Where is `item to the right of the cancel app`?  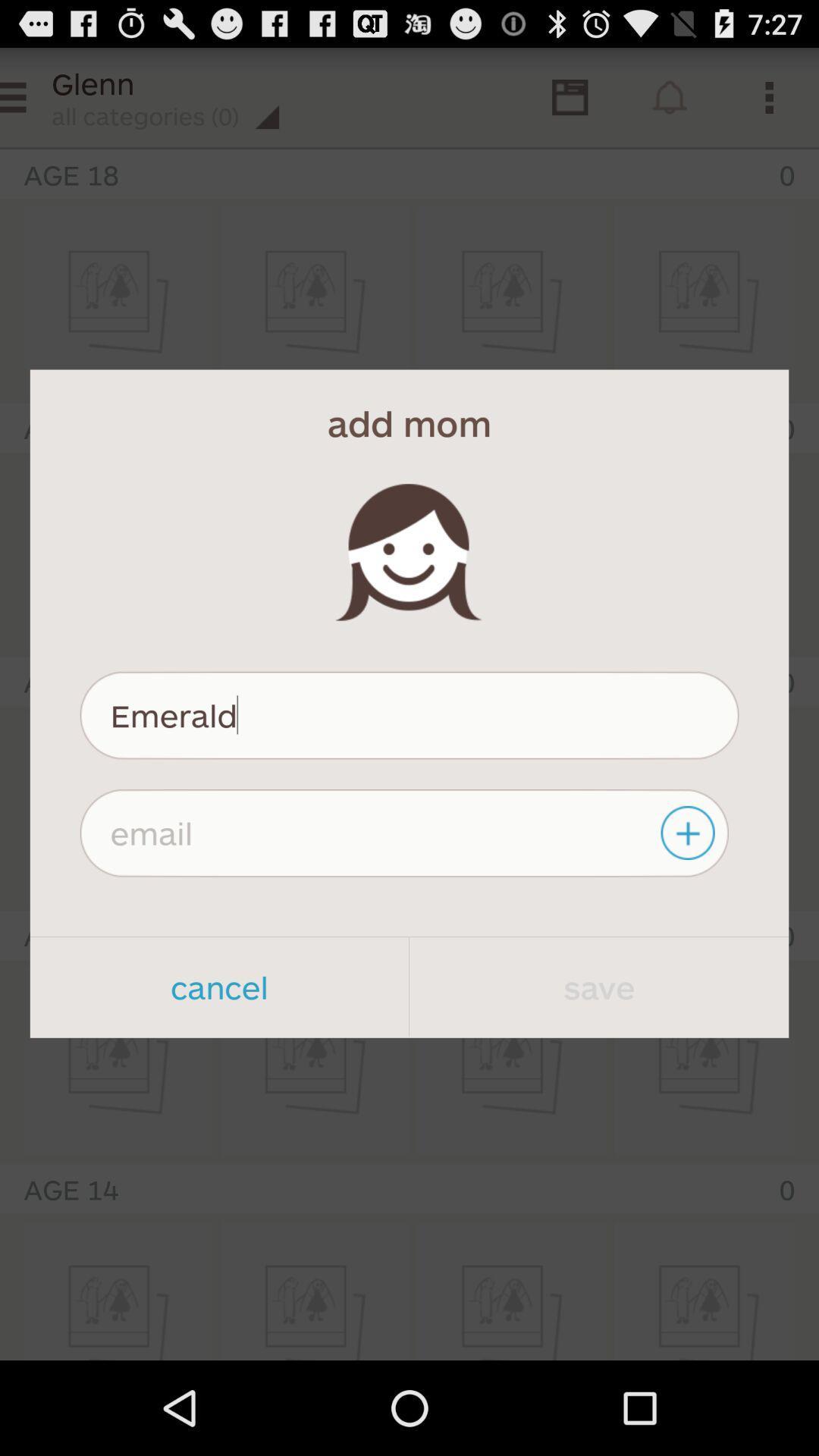 item to the right of the cancel app is located at coordinates (598, 987).